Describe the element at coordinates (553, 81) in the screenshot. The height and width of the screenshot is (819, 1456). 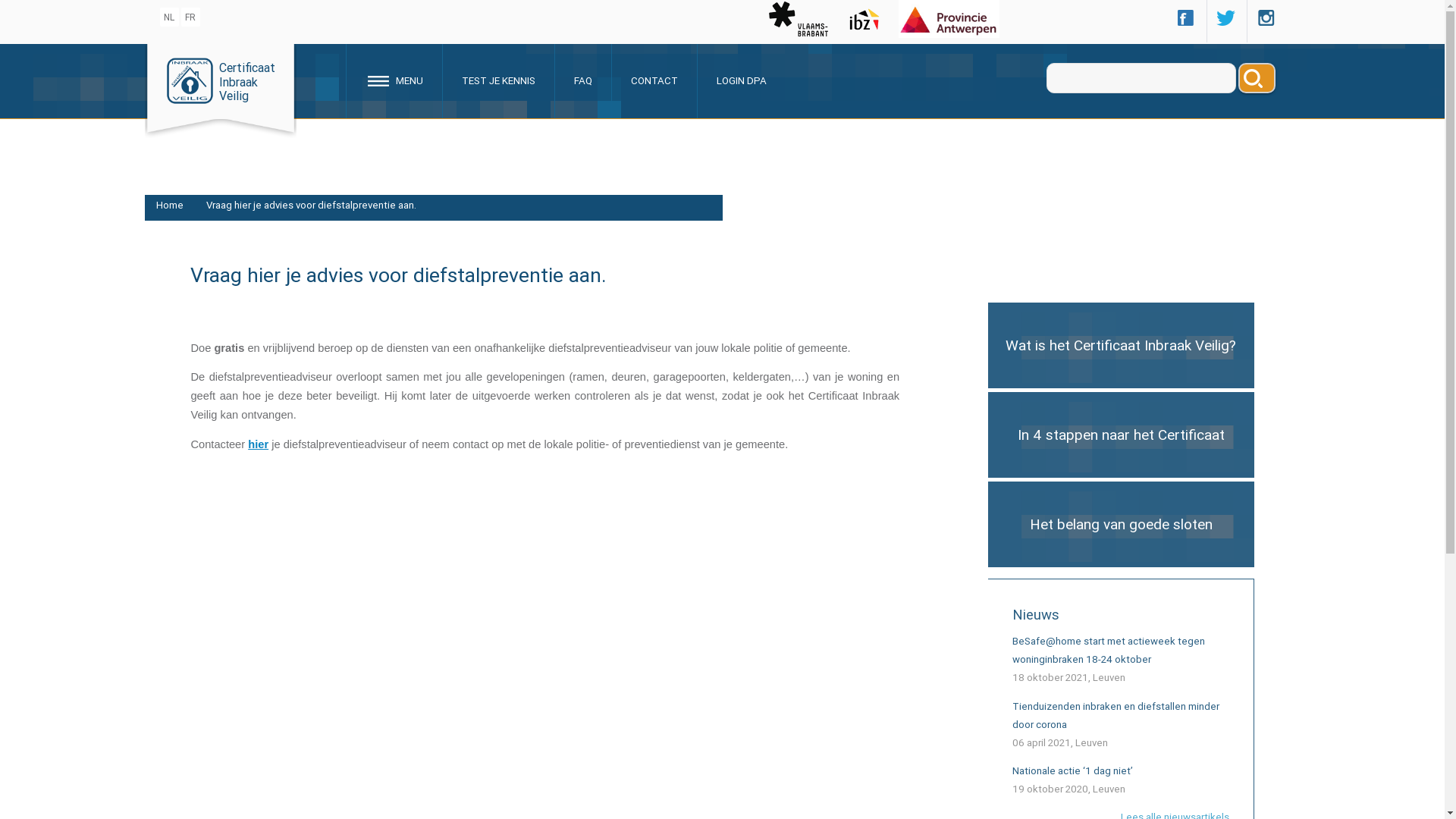
I see `'FAQ'` at that location.